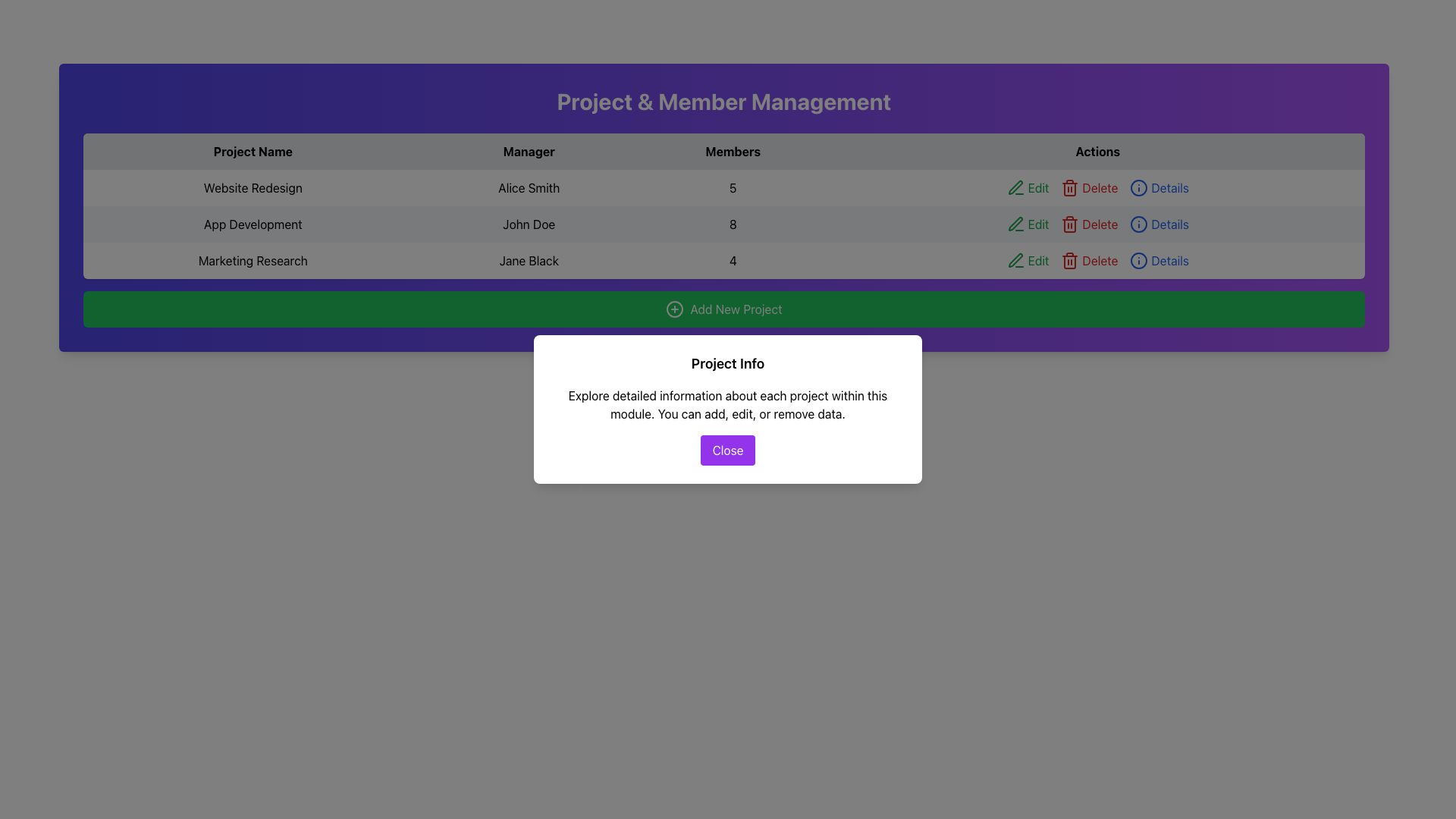 The height and width of the screenshot is (819, 1456). Describe the element at coordinates (1028, 187) in the screenshot. I see `the 'Edit' button located in the first position of the action group in the third row of the table under the 'Actions' column` at that location.